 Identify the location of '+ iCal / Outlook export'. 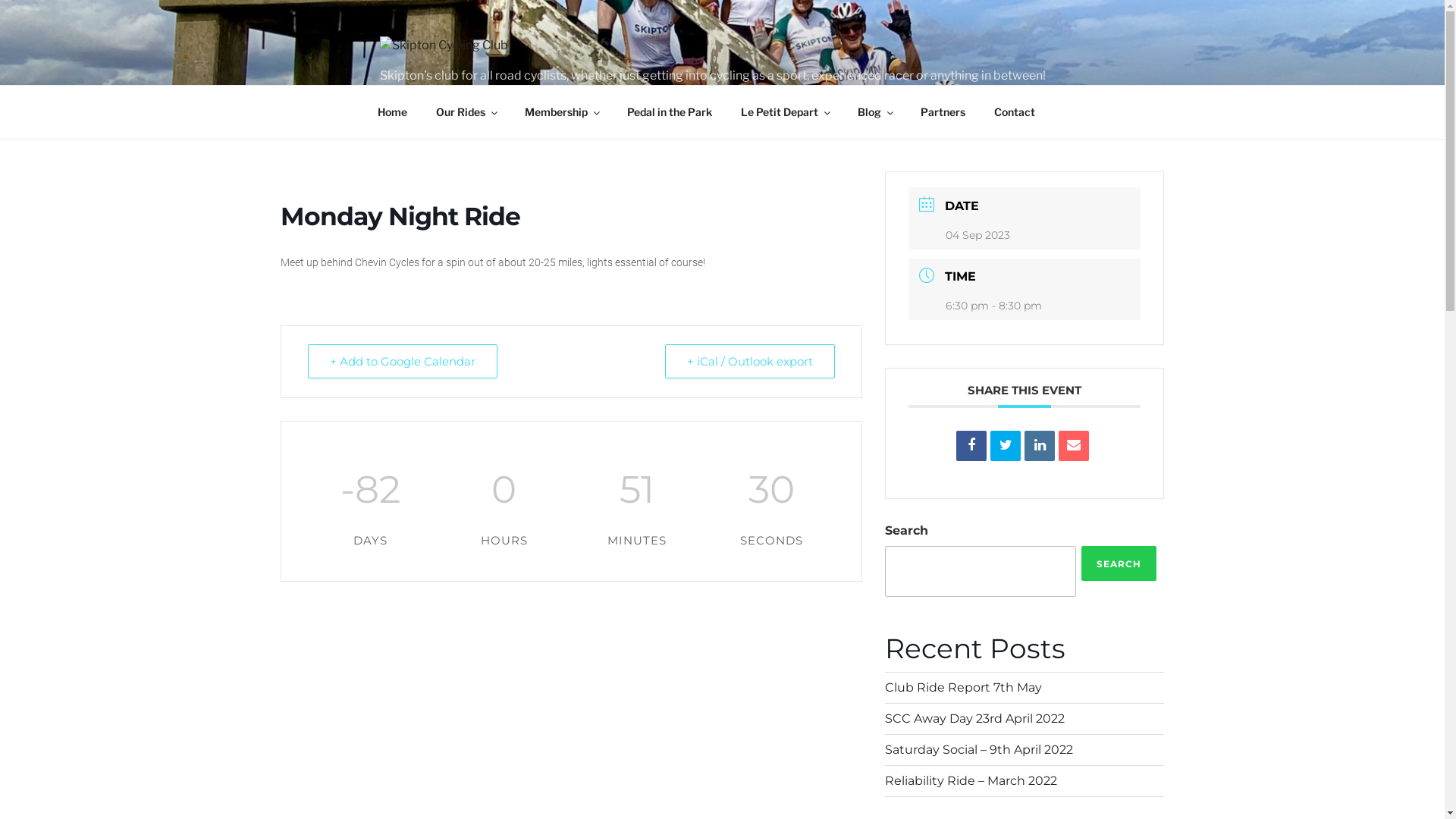
(749, 361).